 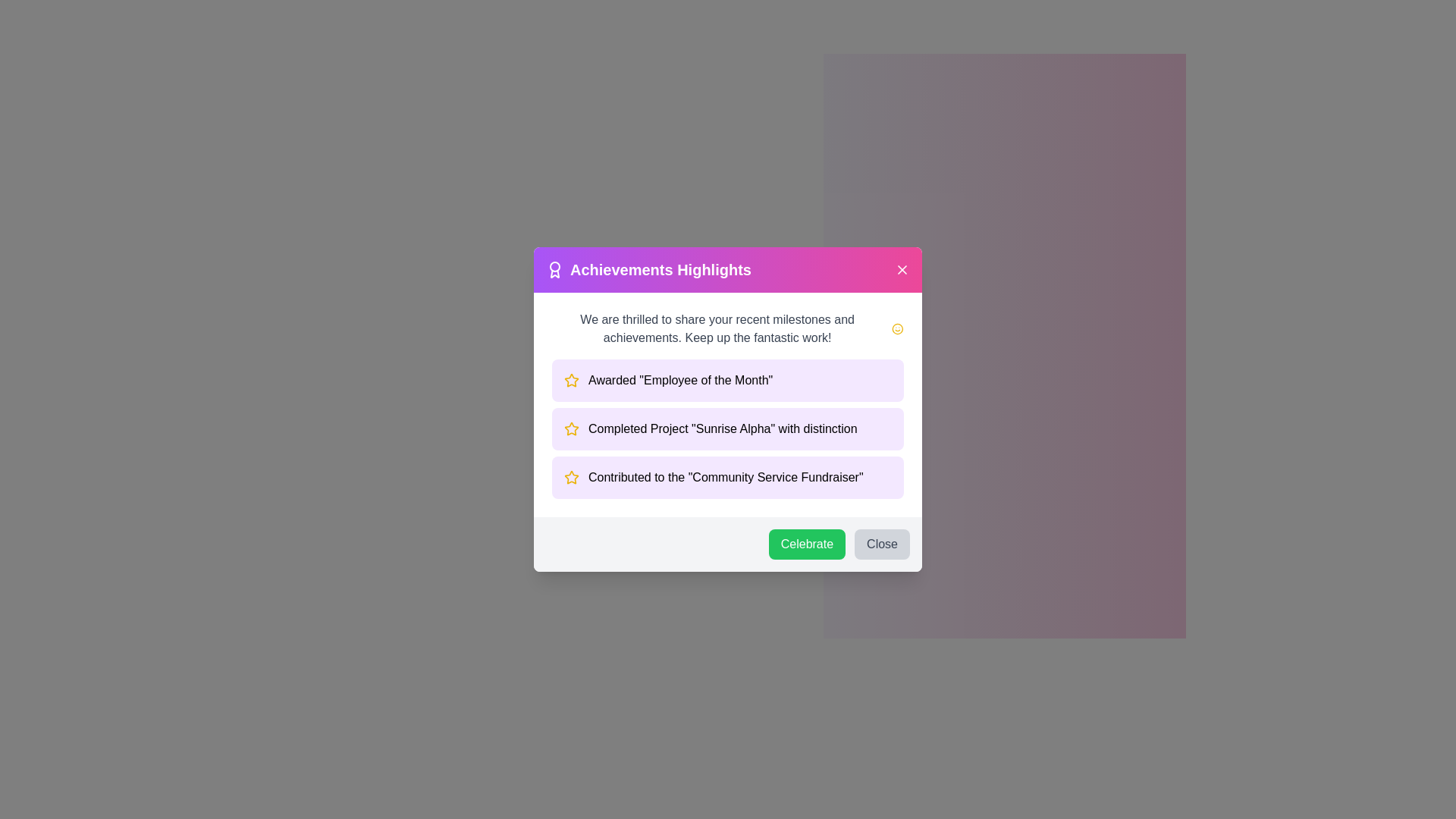 What do you see at coordinates (648, 268) in the screenshot?
I see `the 'Achievements Highlights' text block with a bold purple-to-pink gradient background, which features a small award-like icon to its left` at bounding box center [648, 268].